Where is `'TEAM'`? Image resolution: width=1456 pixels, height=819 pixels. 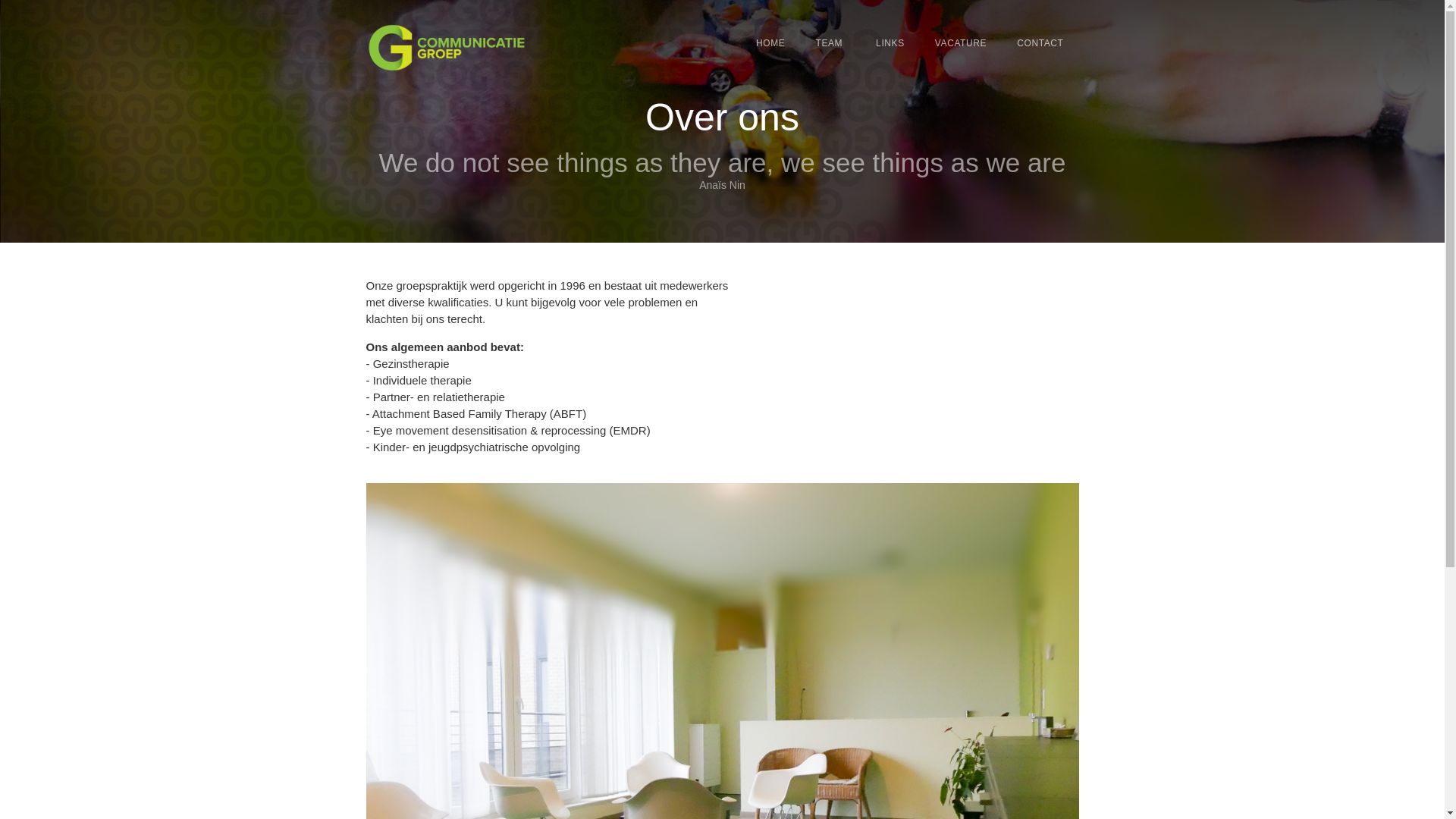 'TEAM' is located at coordinates (828, 42).